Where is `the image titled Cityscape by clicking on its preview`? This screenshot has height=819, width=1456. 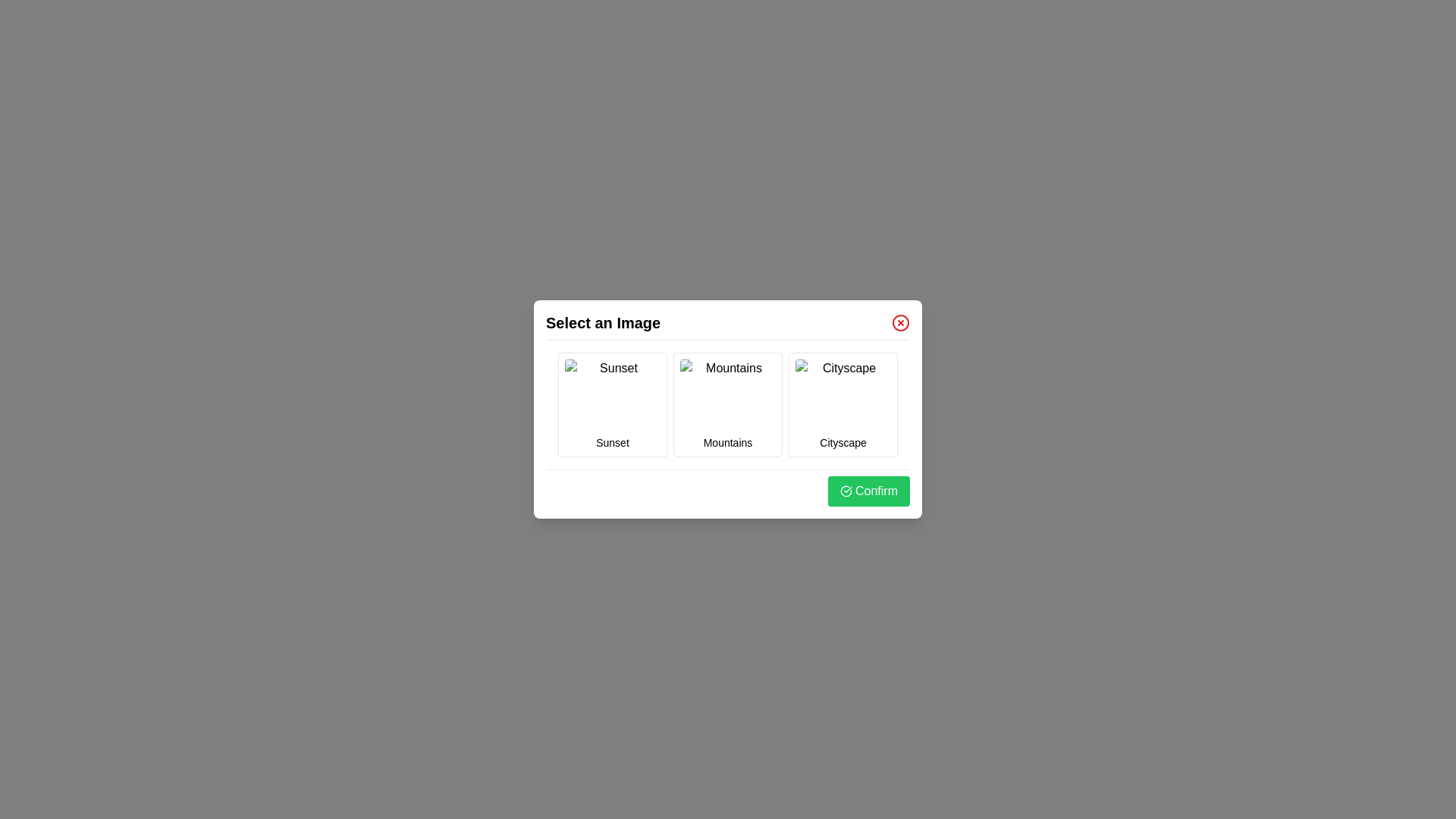 the image titled Cityscape by clicking on its preview is located at coordinates (843, 394).